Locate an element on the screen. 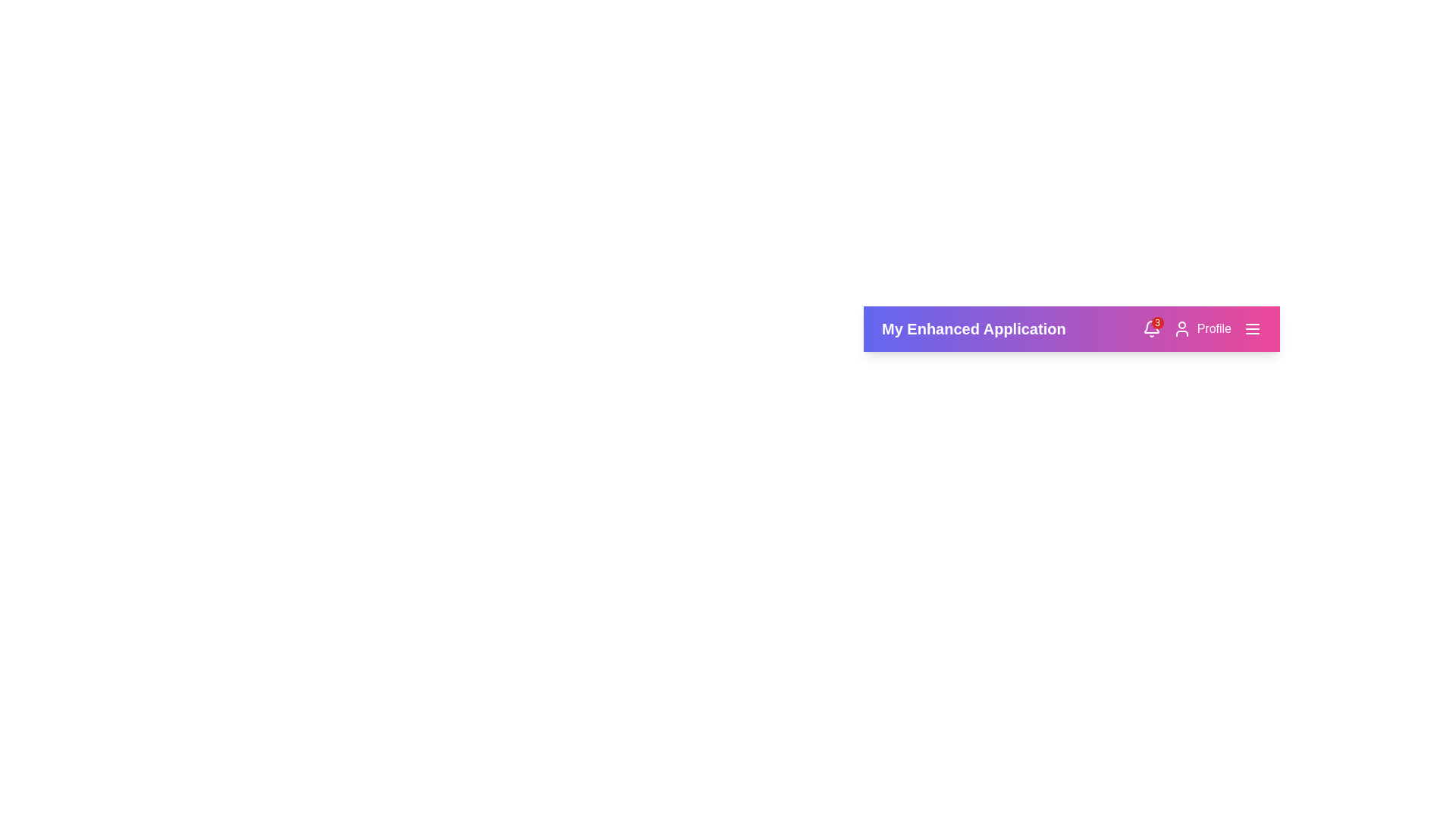  the profile icon is located at coordinates (1201, 328).